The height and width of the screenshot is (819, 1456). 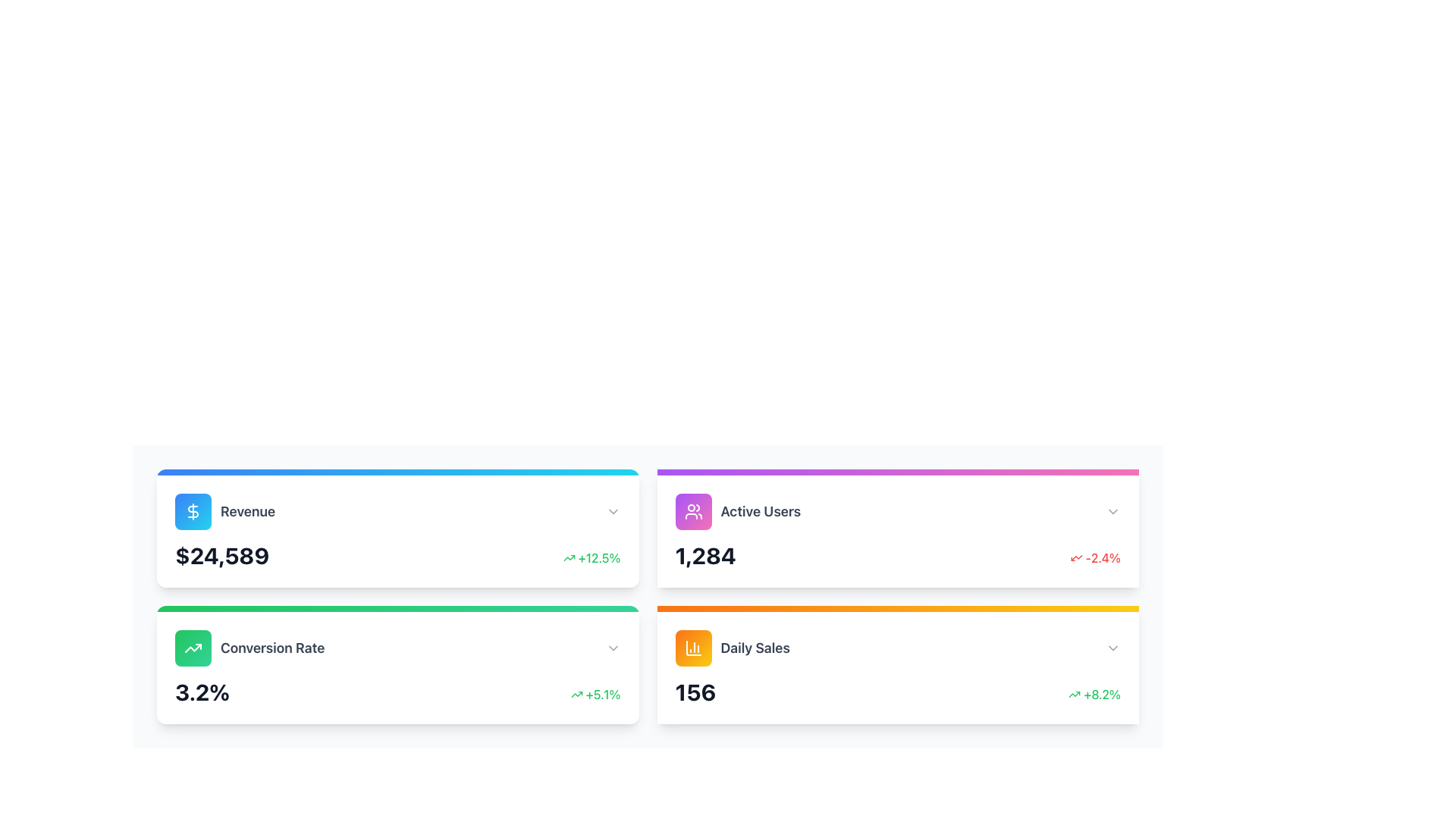 I want to click on the Text label indicating a percentage decrease in 'Active Users', located in the top-right corner of the 'Active Users' card, to the right of the downward-trending arrow icon, so click(x=1103, y=558).